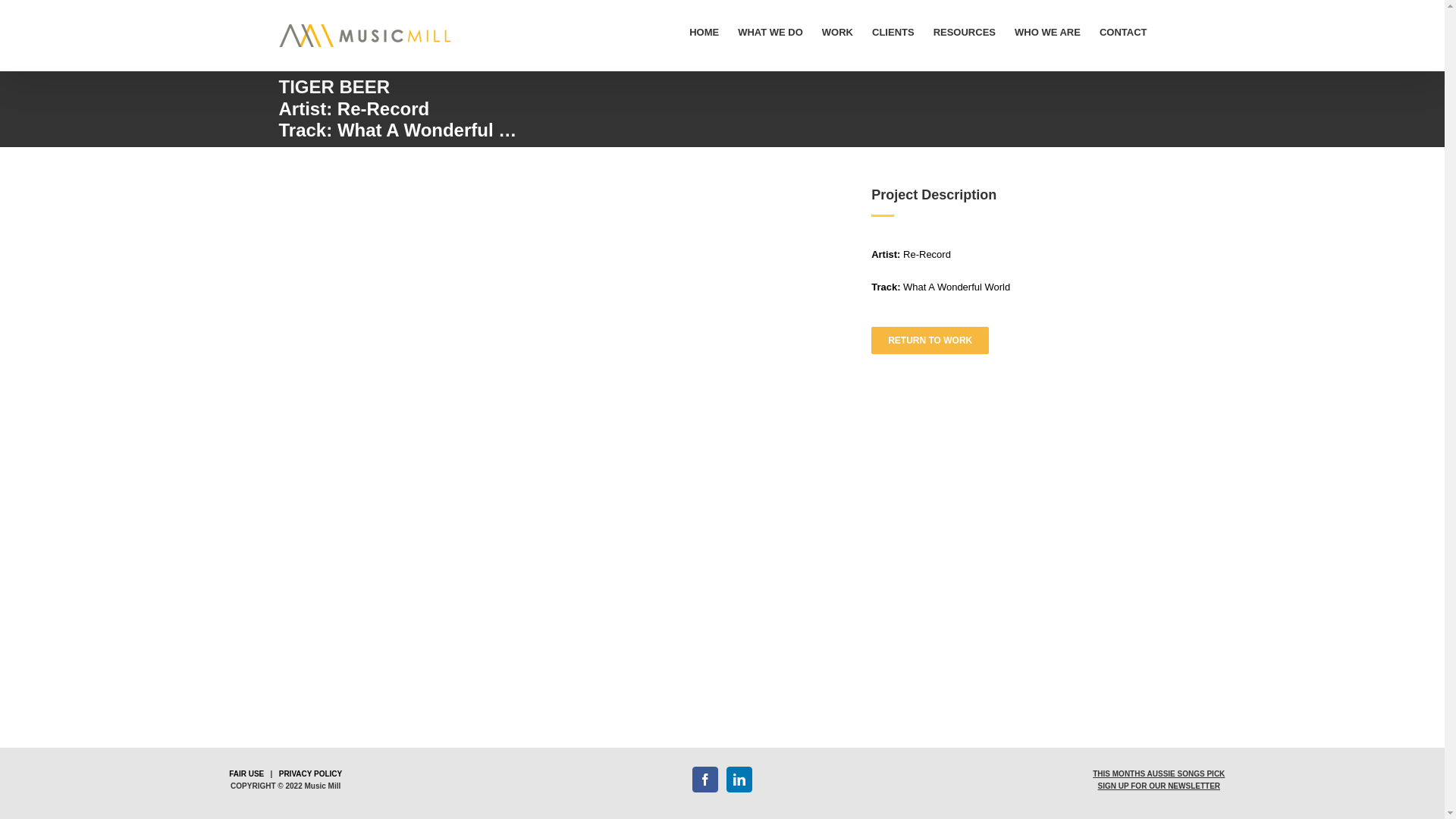 This screenshot has width=1456, height=819. What do you see at coordinates (1046, 32) in the screenshot?
I see `'WHO WE ARE'` at bounding box center [1046, 32].